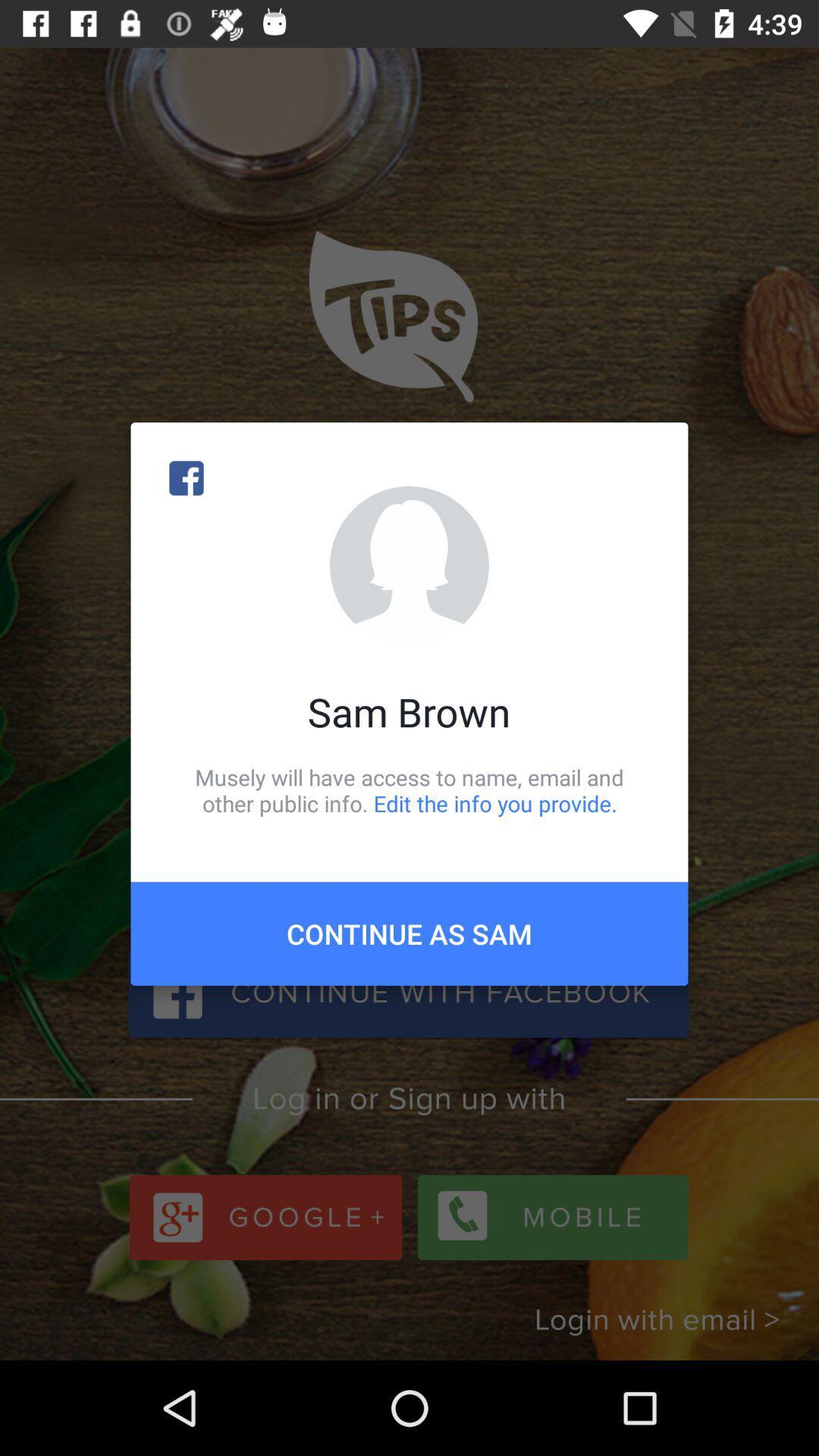 This screenshot has width=819, height=1456. What do you see at coordinates (409, 789) in the screenshot?
I see `icon above continue as sam` at bounding box center [409, 789].